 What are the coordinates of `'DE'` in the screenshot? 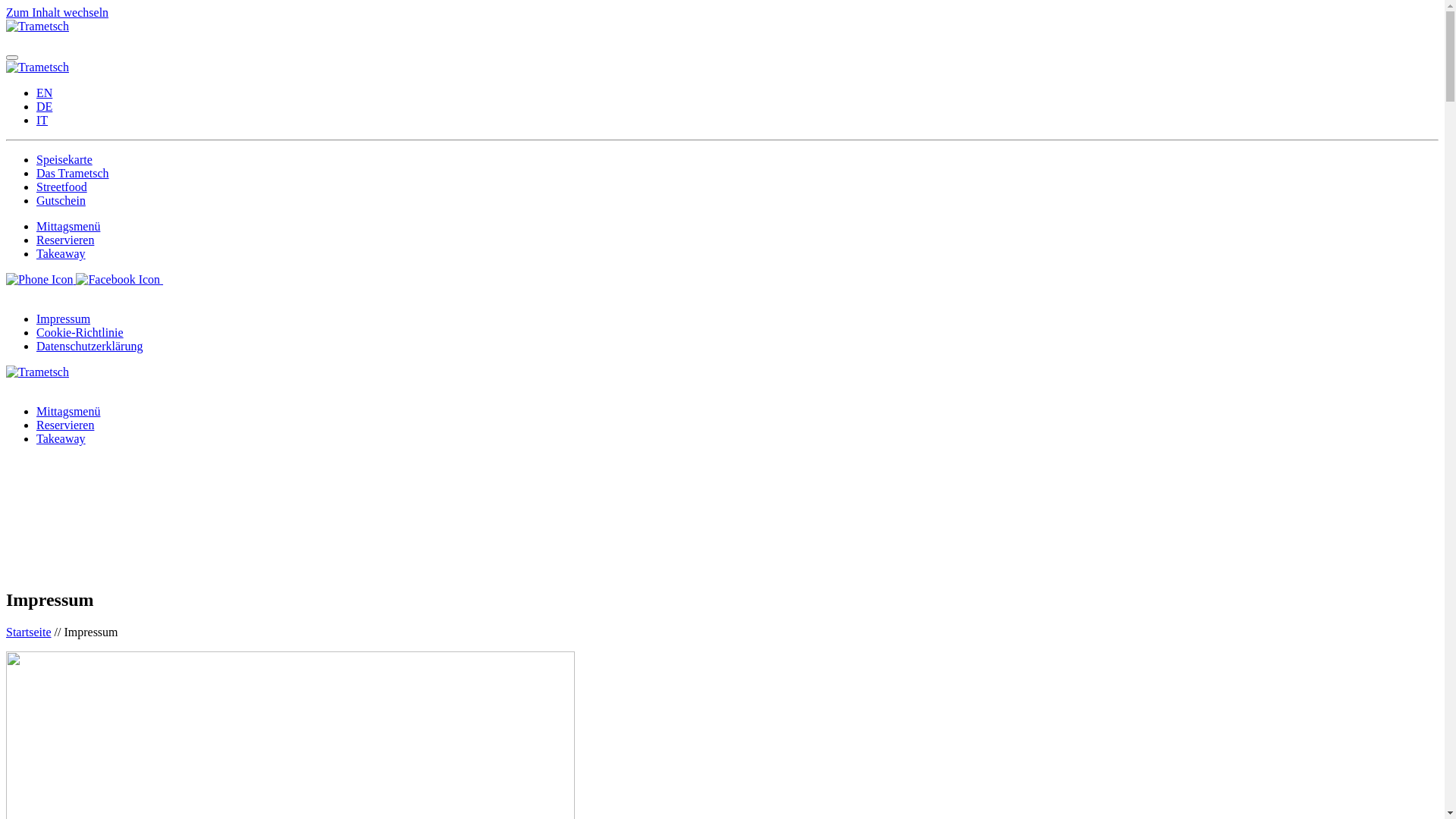 It's located at (44, 105).